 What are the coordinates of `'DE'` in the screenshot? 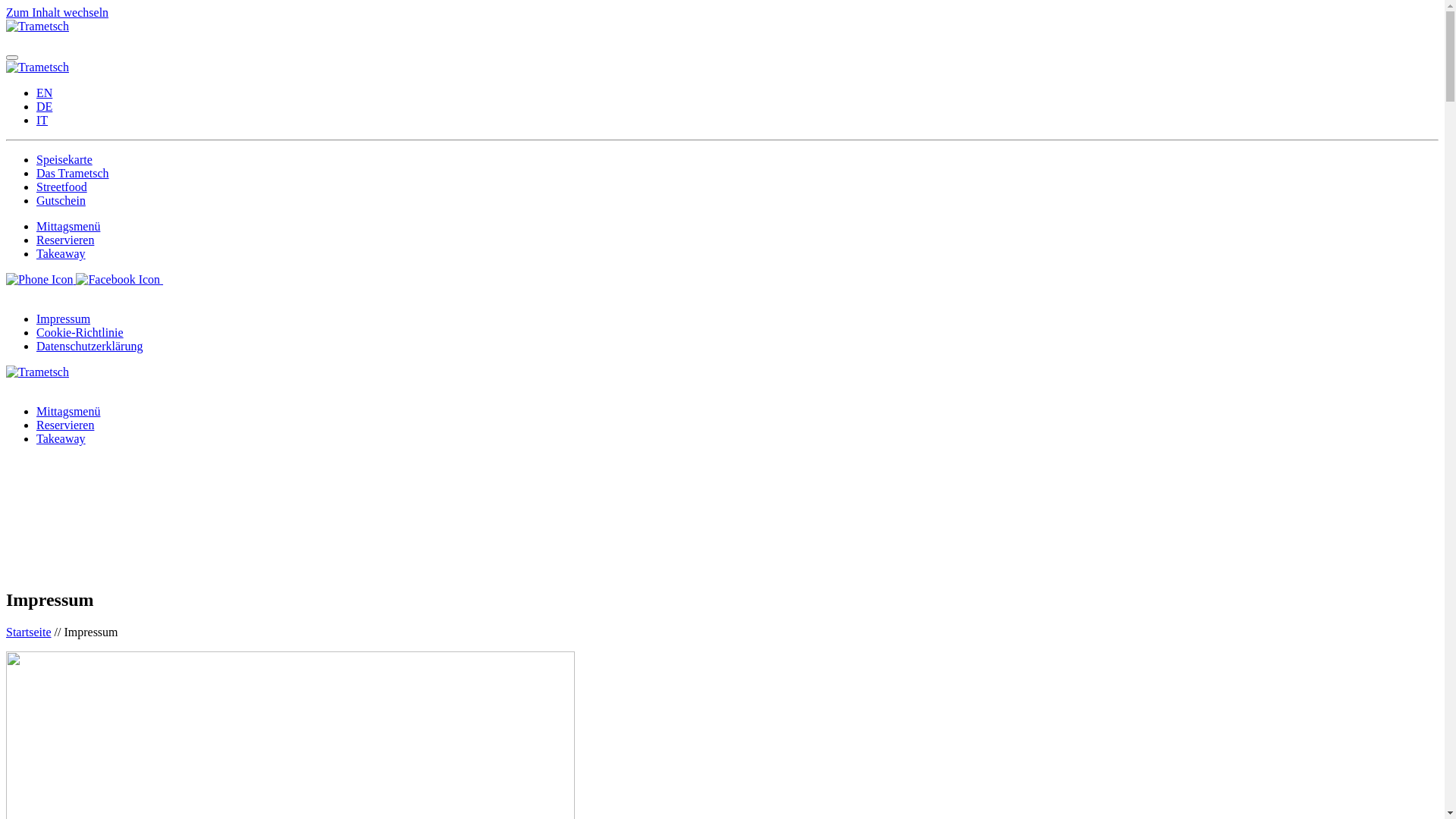 It's located at (44, 105).